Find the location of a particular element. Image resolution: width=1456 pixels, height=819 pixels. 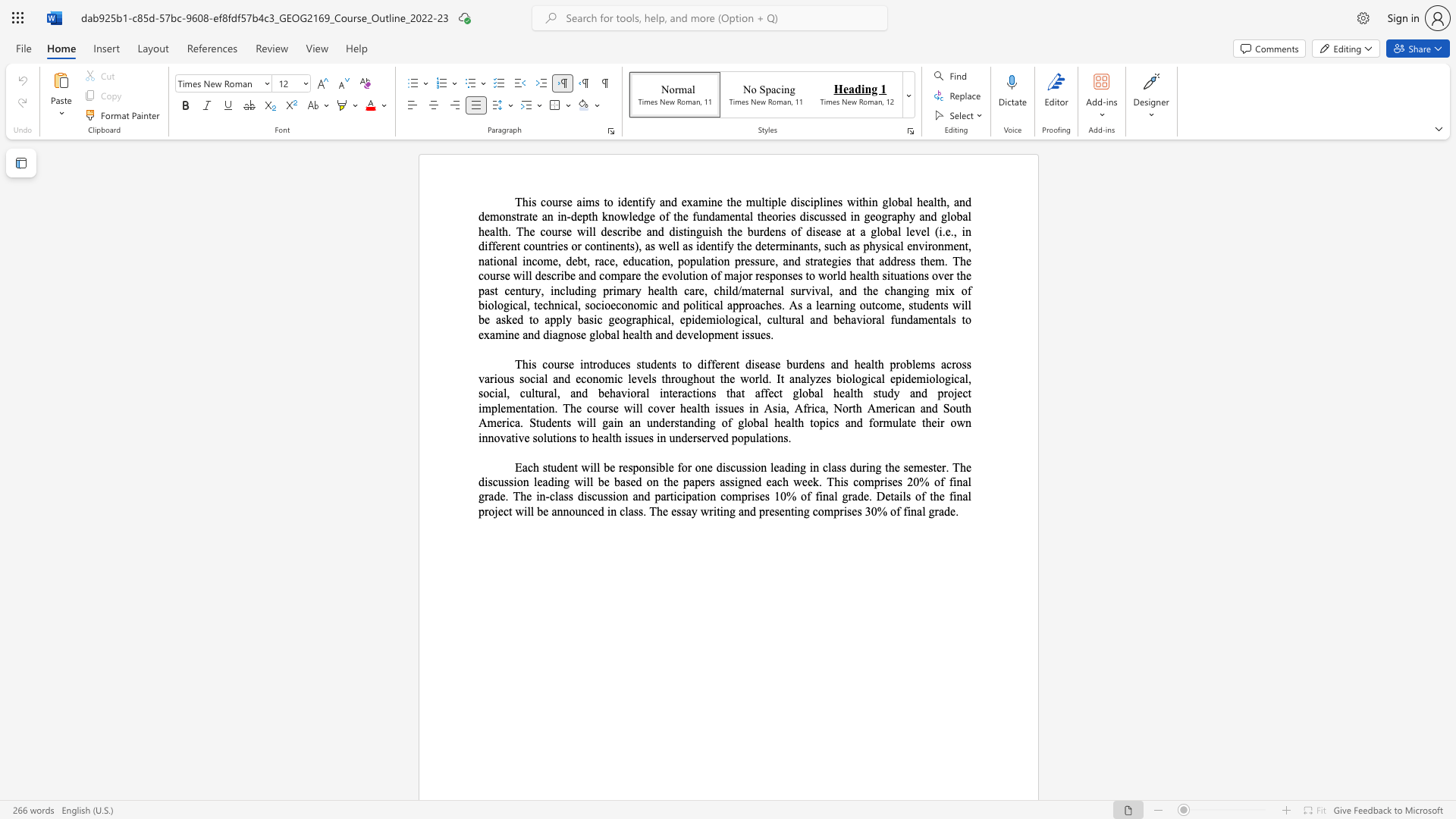

the subset text "f the fina" within the text "of the final" is located at coordinates (920, 496).